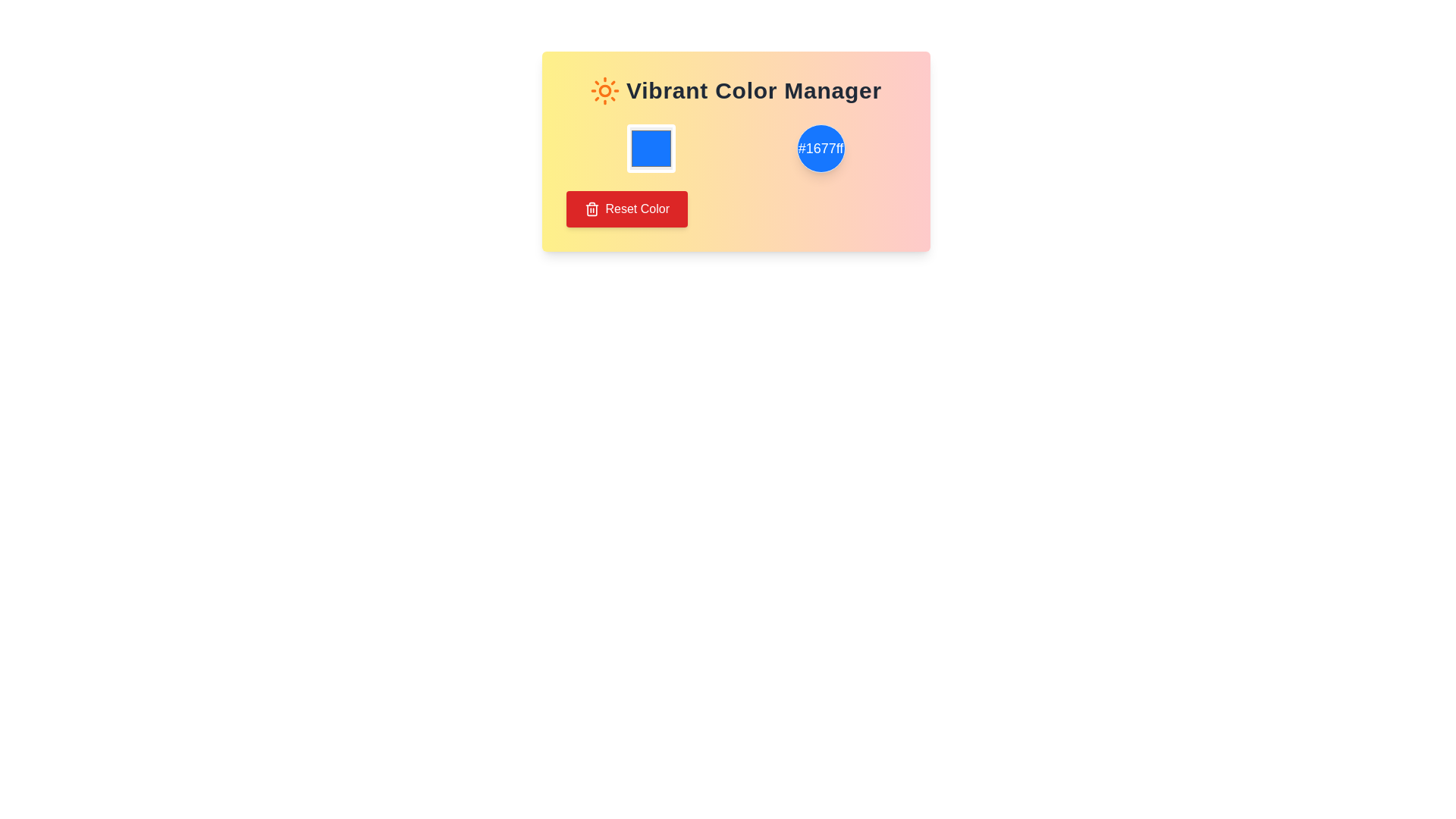 The height and width of the screenshot is (819, 1456). What do you see at coordinates (604, 90) in the screenshot?
I see `the small orange circular graphic, which is centrally located within the sun-like icon in the 'Vibrant Color Manager' card` at bounding box center [604, 90].